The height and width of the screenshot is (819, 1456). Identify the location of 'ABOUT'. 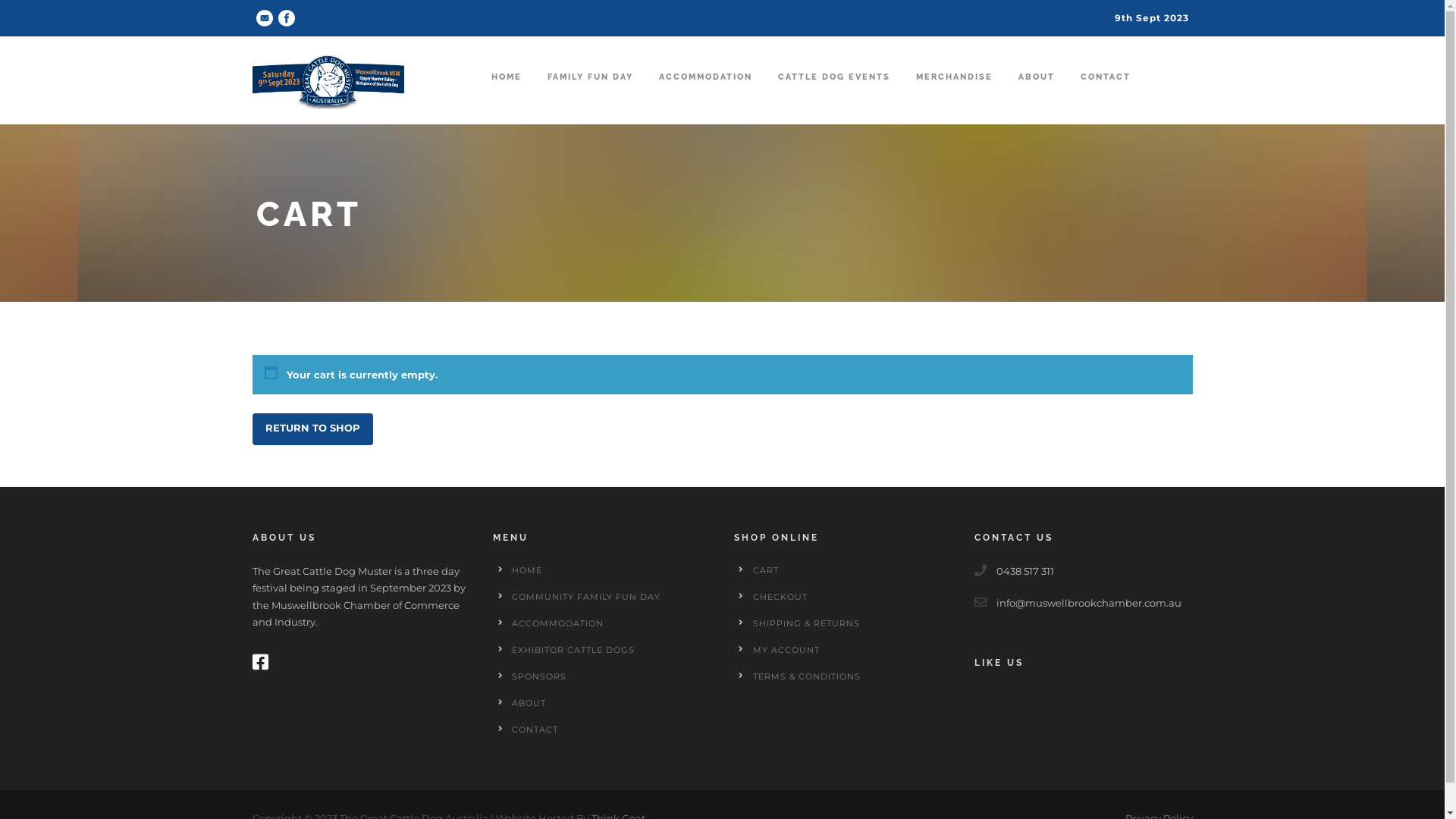
(1018, 92).